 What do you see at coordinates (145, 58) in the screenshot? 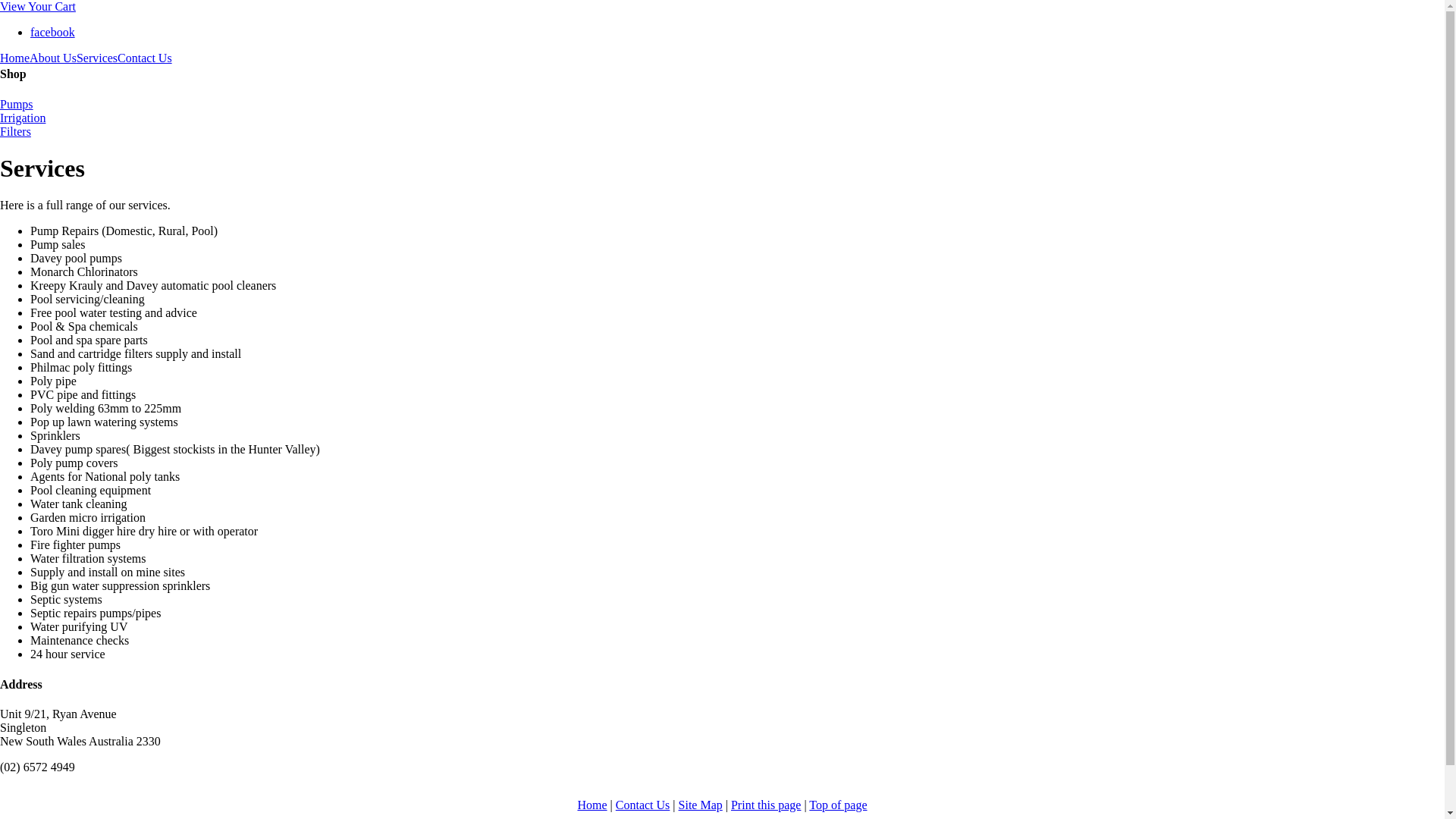
I see `'Contact Us'` at bounding box center [145, 58].